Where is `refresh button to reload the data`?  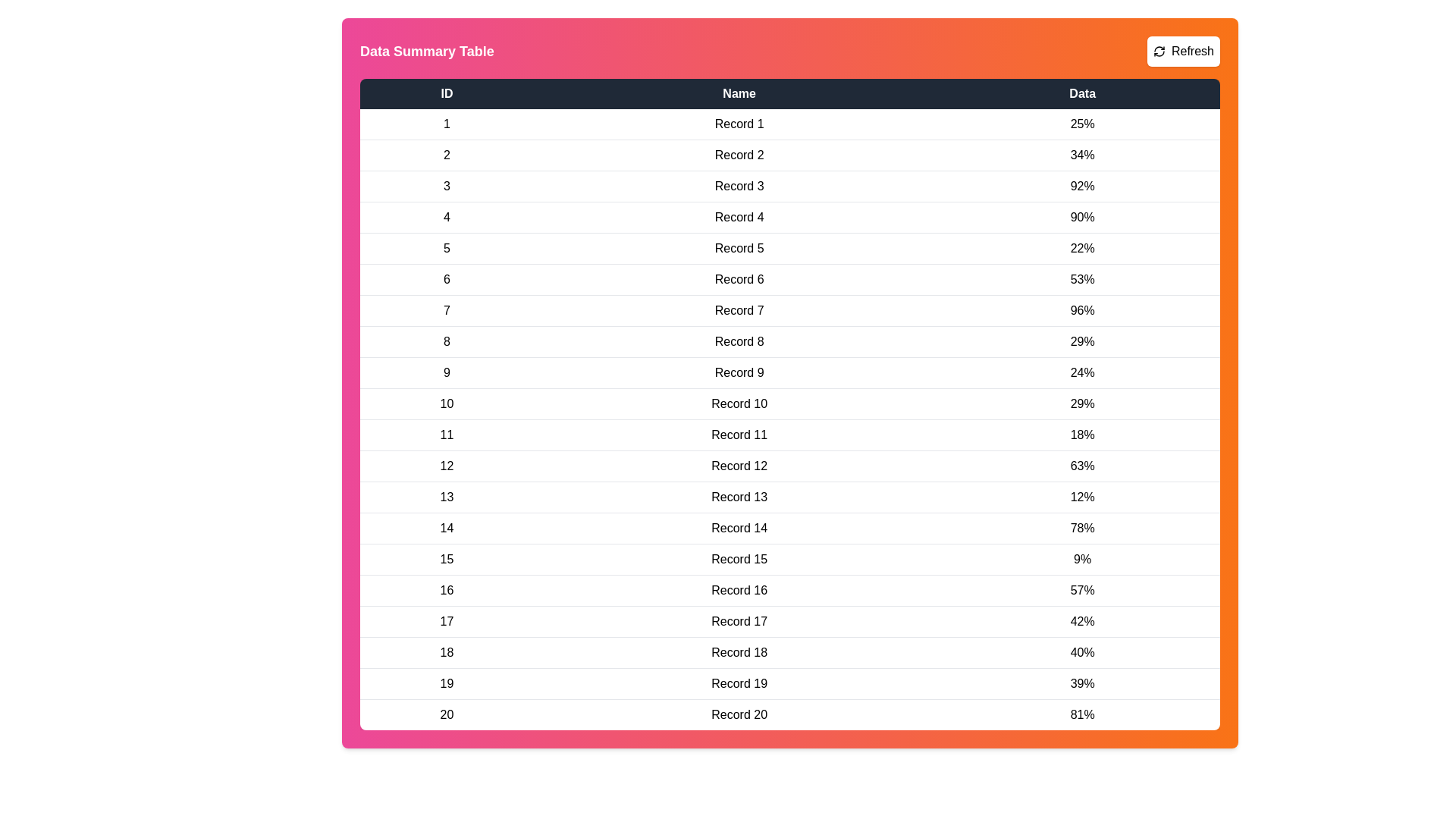 refresh button to reload the data is located at coordinates (1182, 51).